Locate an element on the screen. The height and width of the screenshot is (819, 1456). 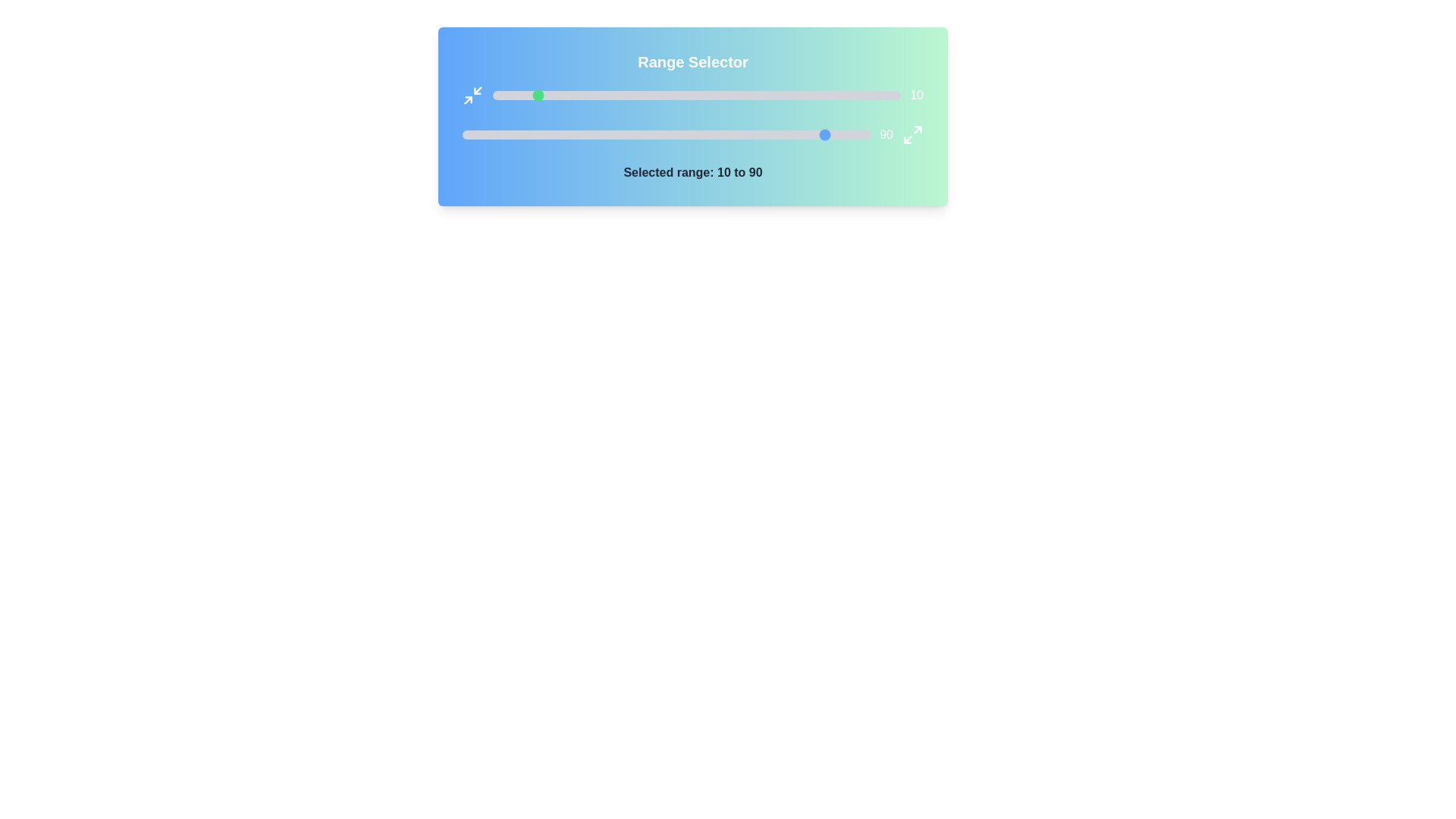
the slider value is located at coordinates (736, 133).